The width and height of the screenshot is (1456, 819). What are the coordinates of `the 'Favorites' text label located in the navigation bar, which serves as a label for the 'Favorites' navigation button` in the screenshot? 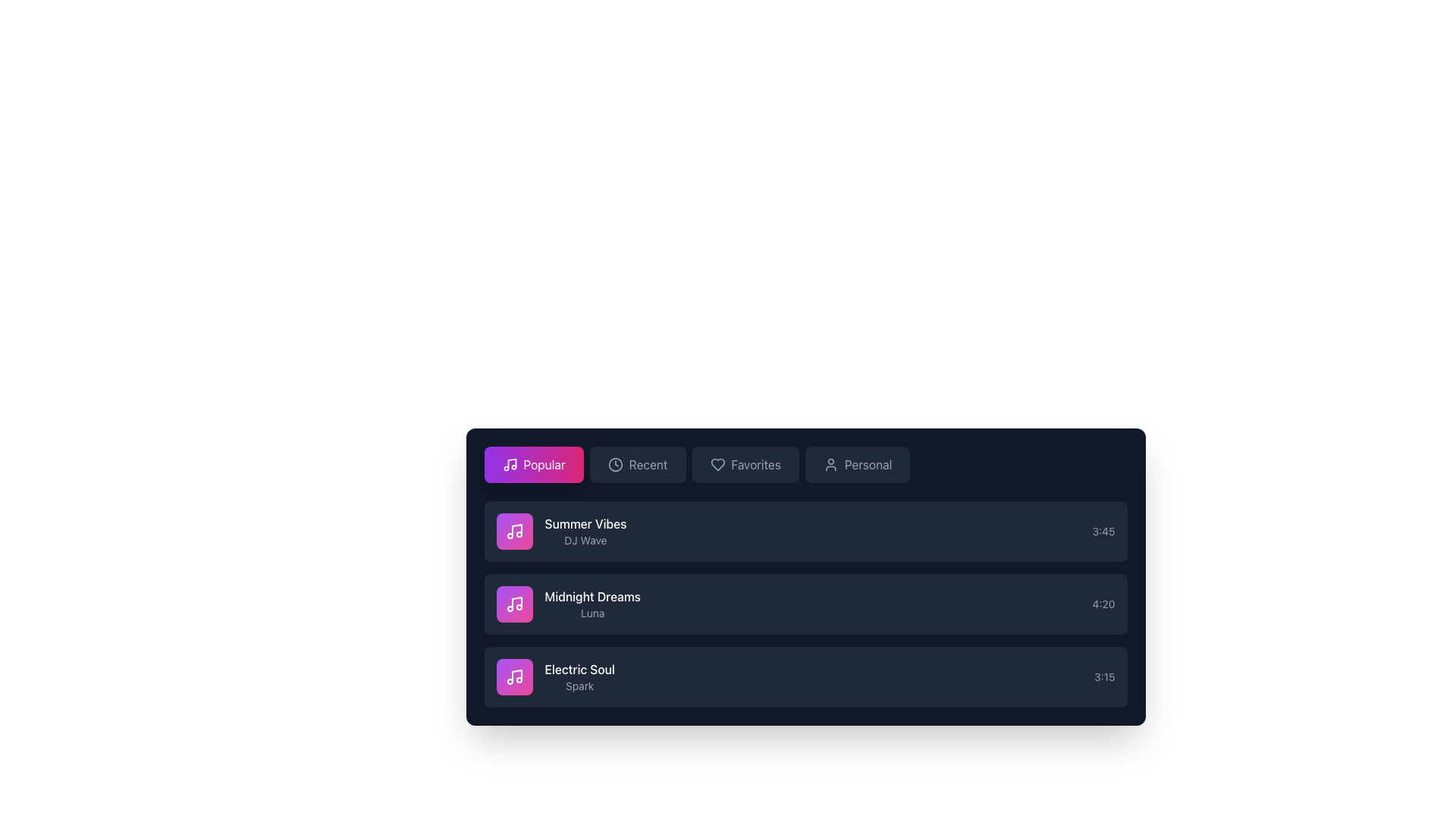 It's located at (756, 464).